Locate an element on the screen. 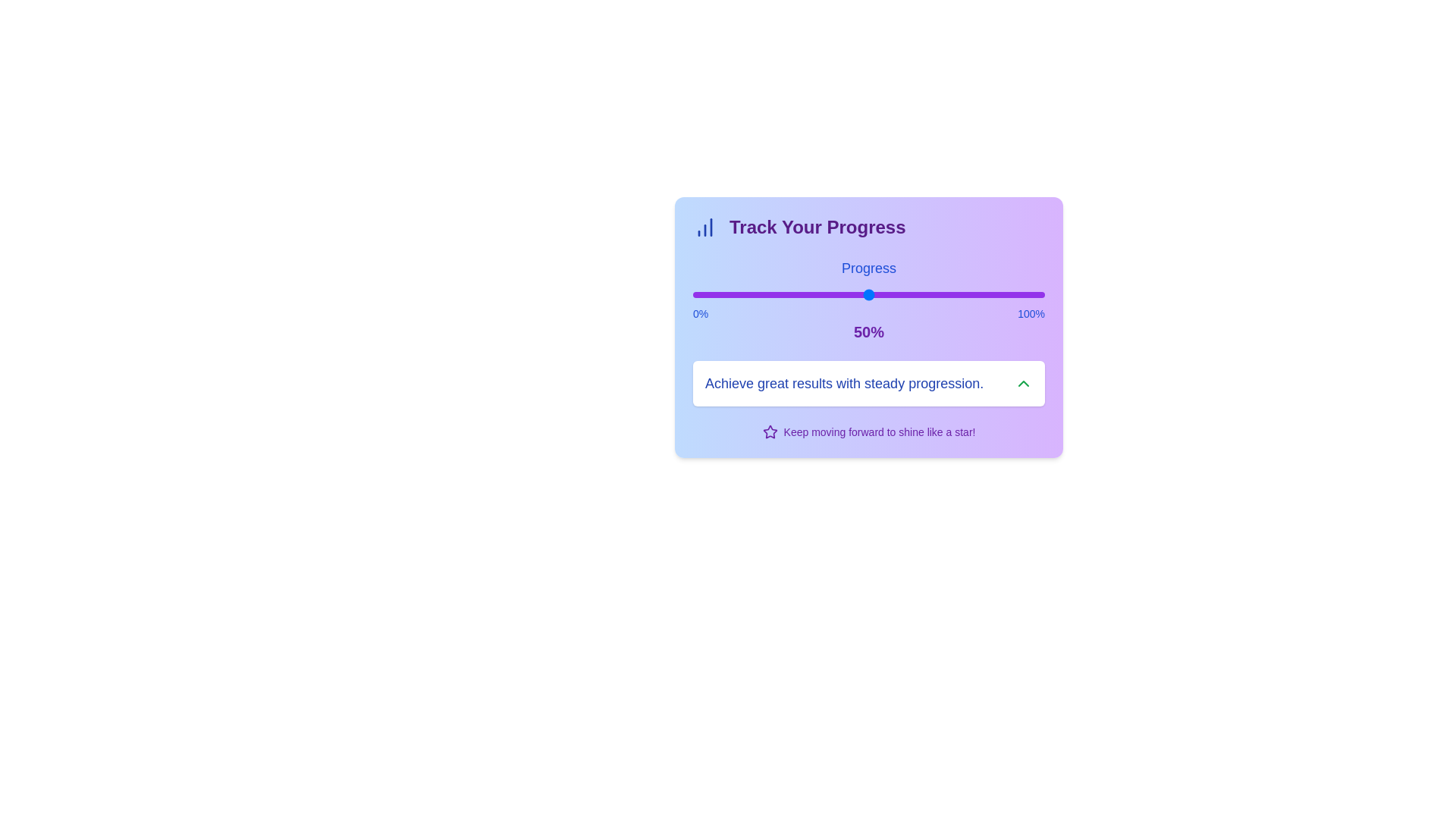 This screenshot has width=1456, height=819. the progress value is located at coordinates (917, 295).